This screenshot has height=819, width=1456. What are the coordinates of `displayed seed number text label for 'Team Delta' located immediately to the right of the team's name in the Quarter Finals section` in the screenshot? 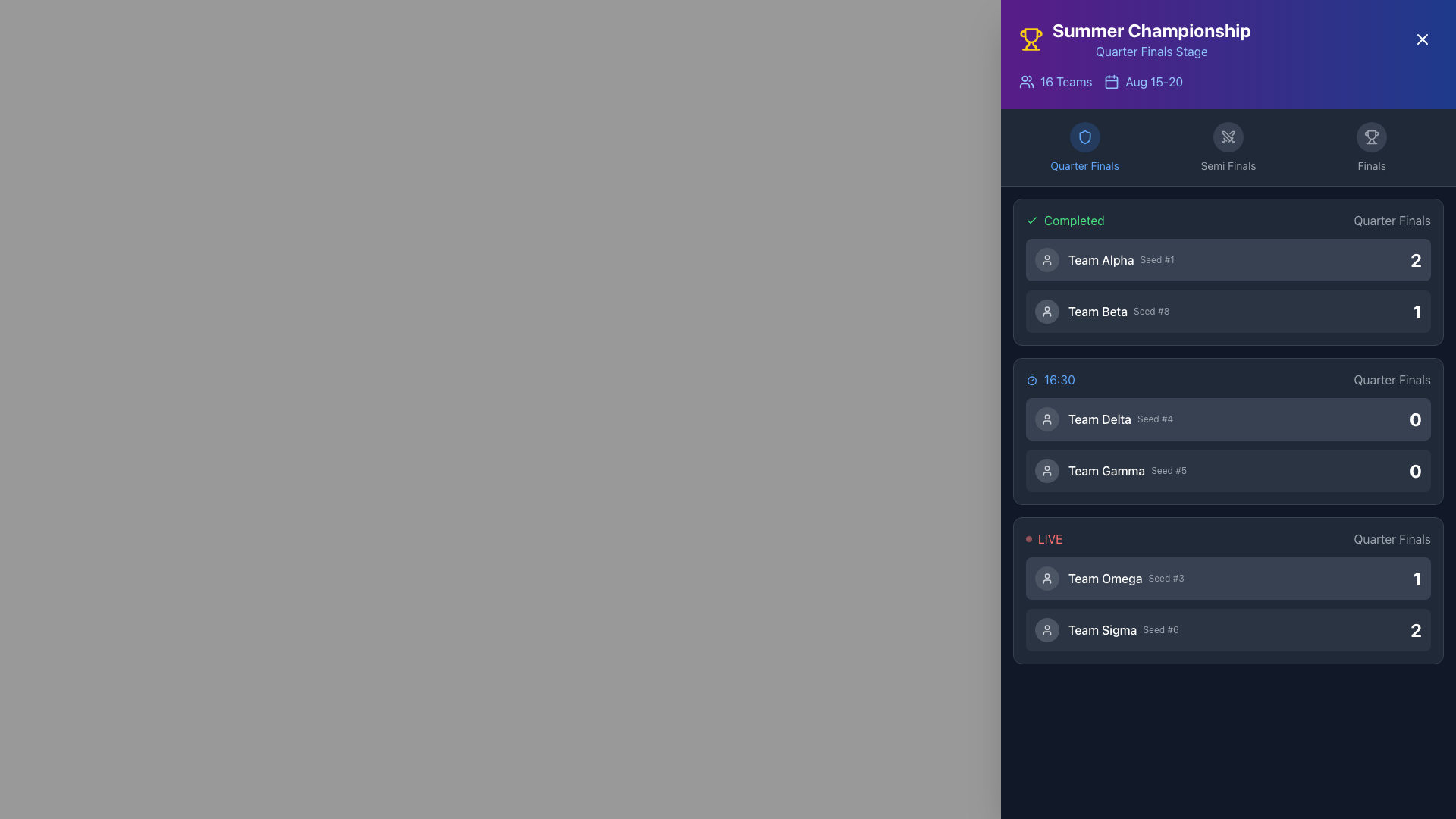 It's located at (1154, 419).